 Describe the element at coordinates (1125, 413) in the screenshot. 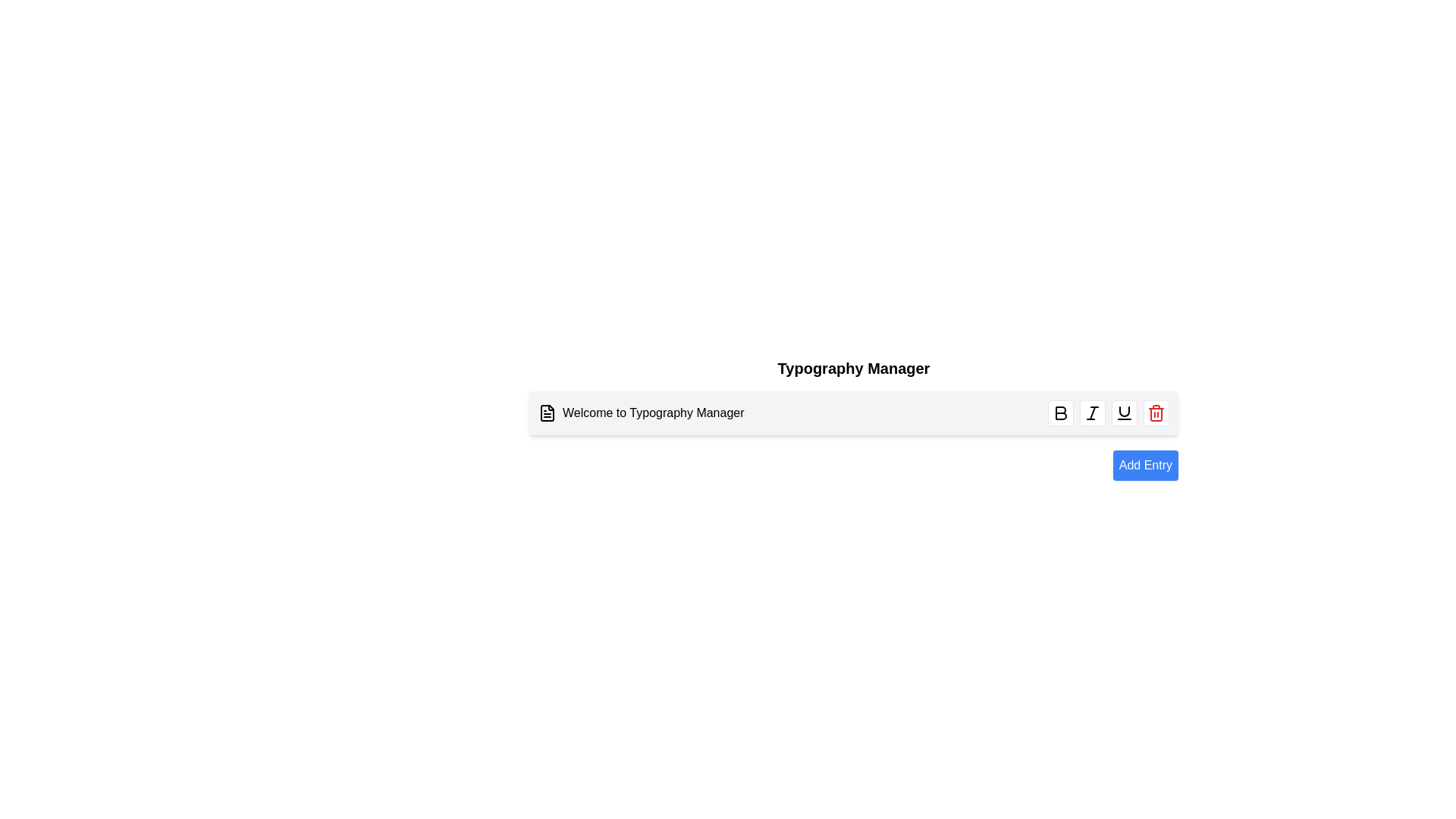

I see `the fourth icon from the left in the toolbar` at that location.